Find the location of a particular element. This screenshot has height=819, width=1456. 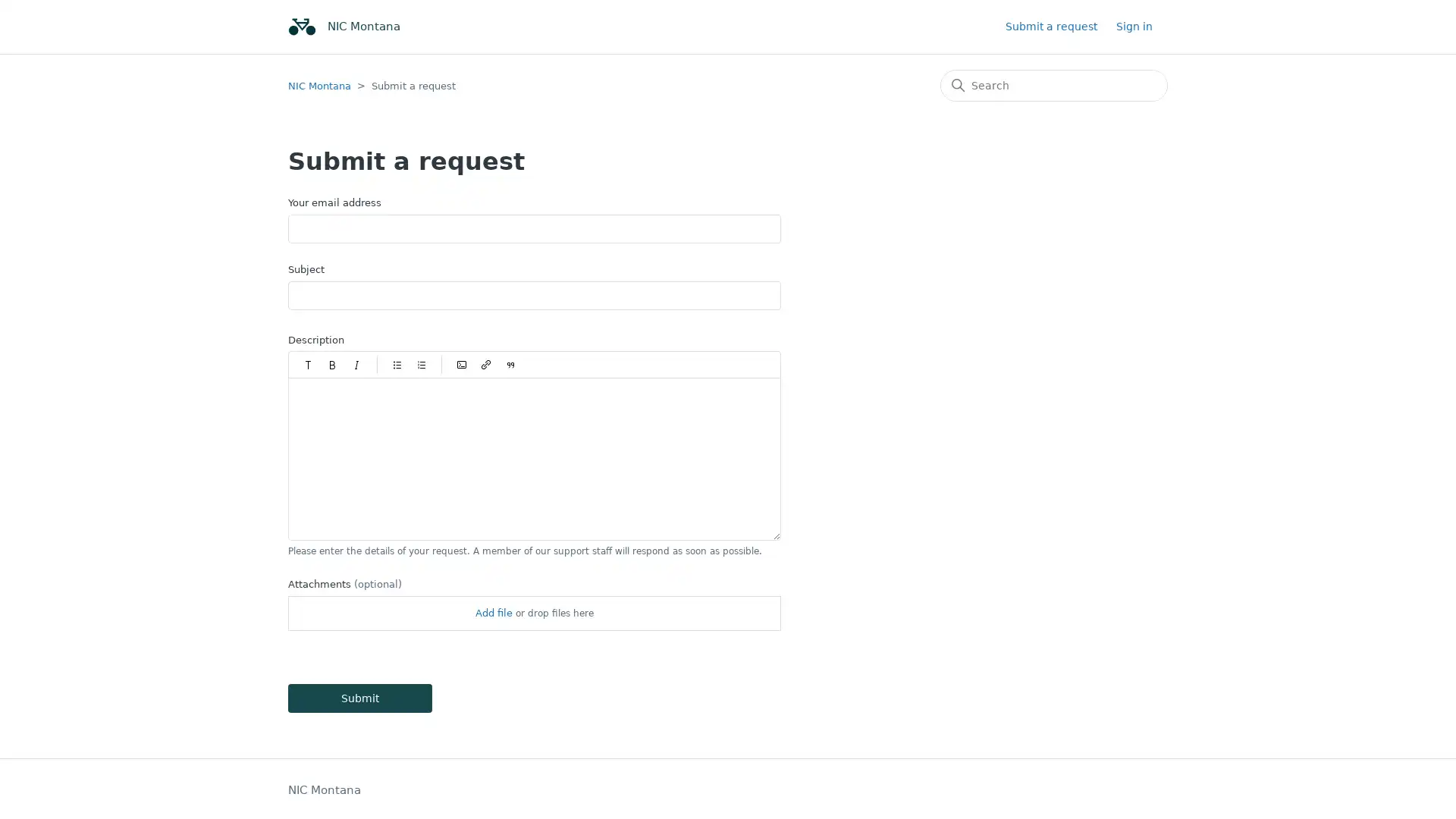

Paragraph styles is located at coordinates (308, 365).